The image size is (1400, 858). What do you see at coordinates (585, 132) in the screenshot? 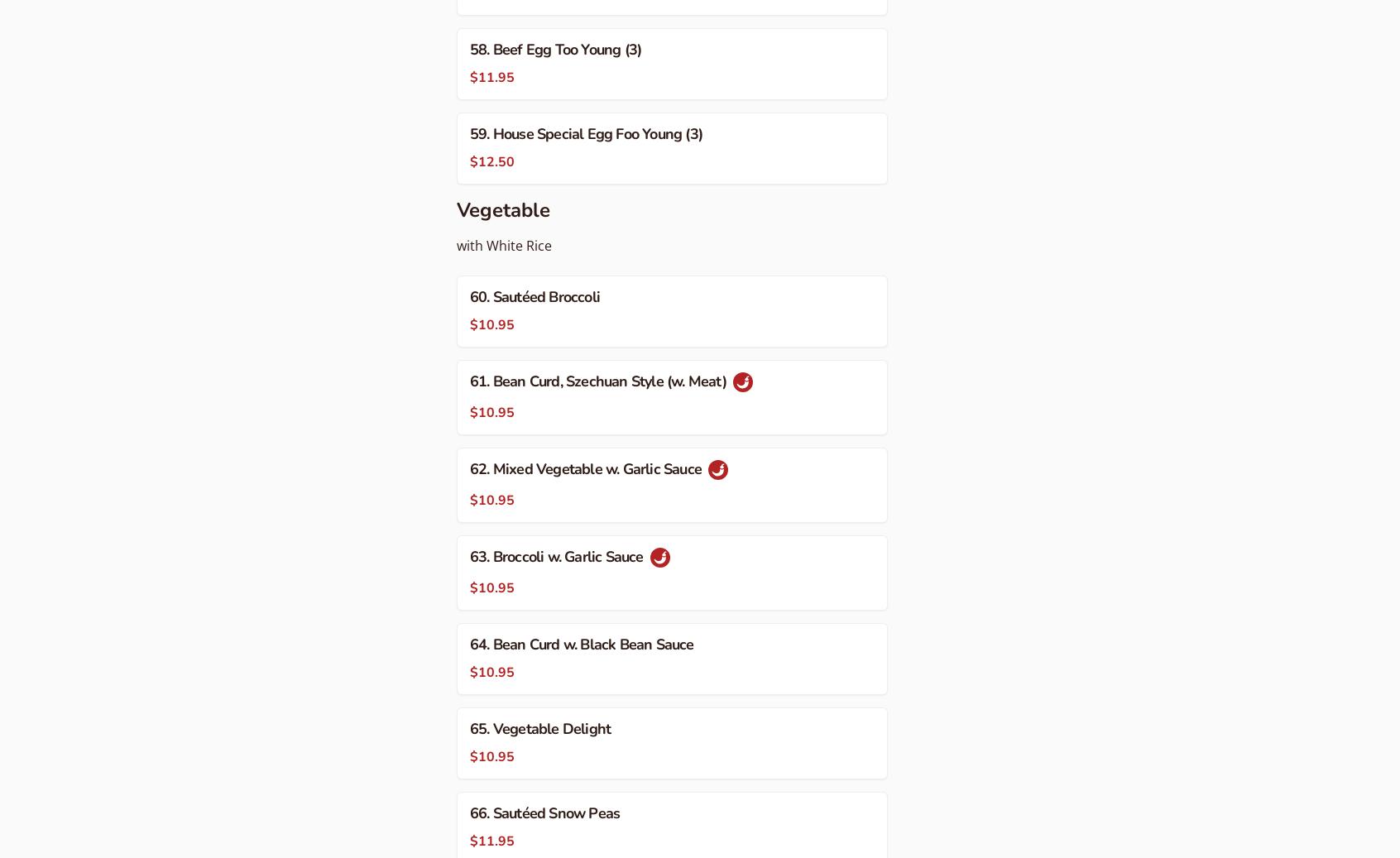
I see `'59. House Special Egg Foo Young (3)'` at bounding box center [585, 132].